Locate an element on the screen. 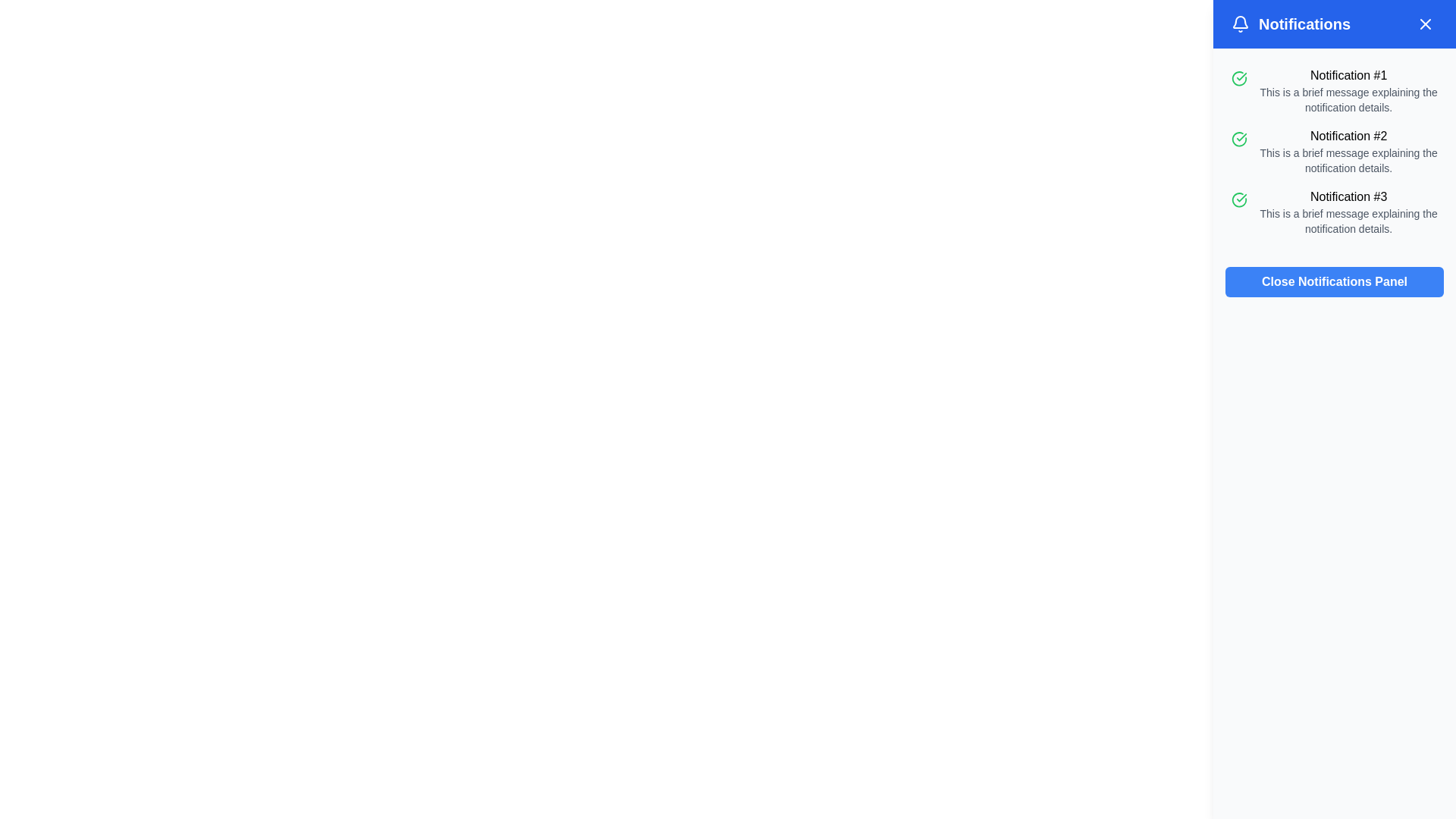 This screenshot has width=1456, height=819. the static text element that displays 'Notification #3', which is the title of the third notification in the right-side panel of the interface is located at coordinates (1348, 196).